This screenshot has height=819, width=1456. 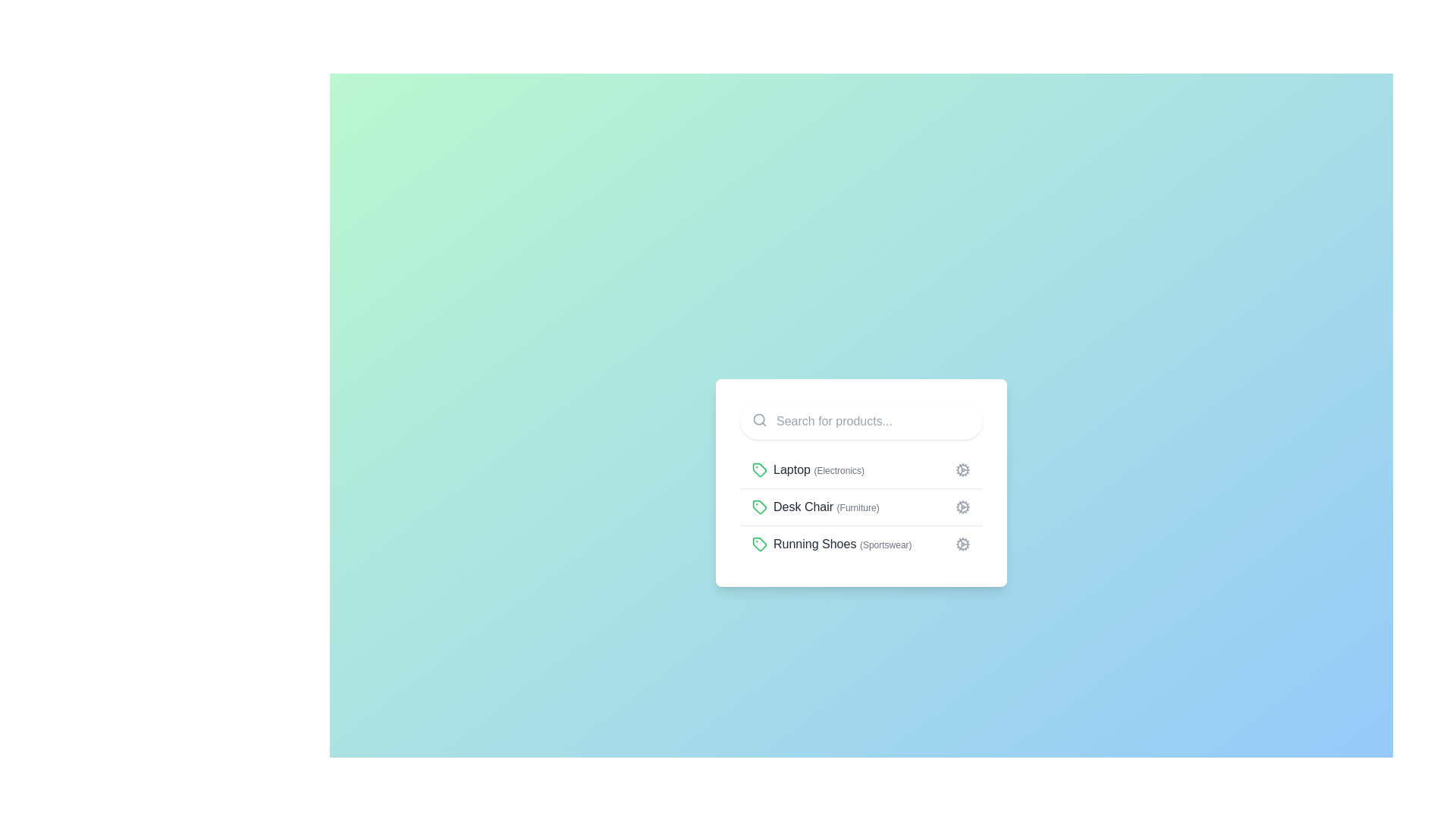 What do you see at coordinates (760, 507) in the screenshot?
I see `the tag icon that symbolizes the 'Desk Chair' in the 'Furniture' category, located immediately to the left of the label 'Desk Chair (Furniture)'` at bounding box center [760, 507].